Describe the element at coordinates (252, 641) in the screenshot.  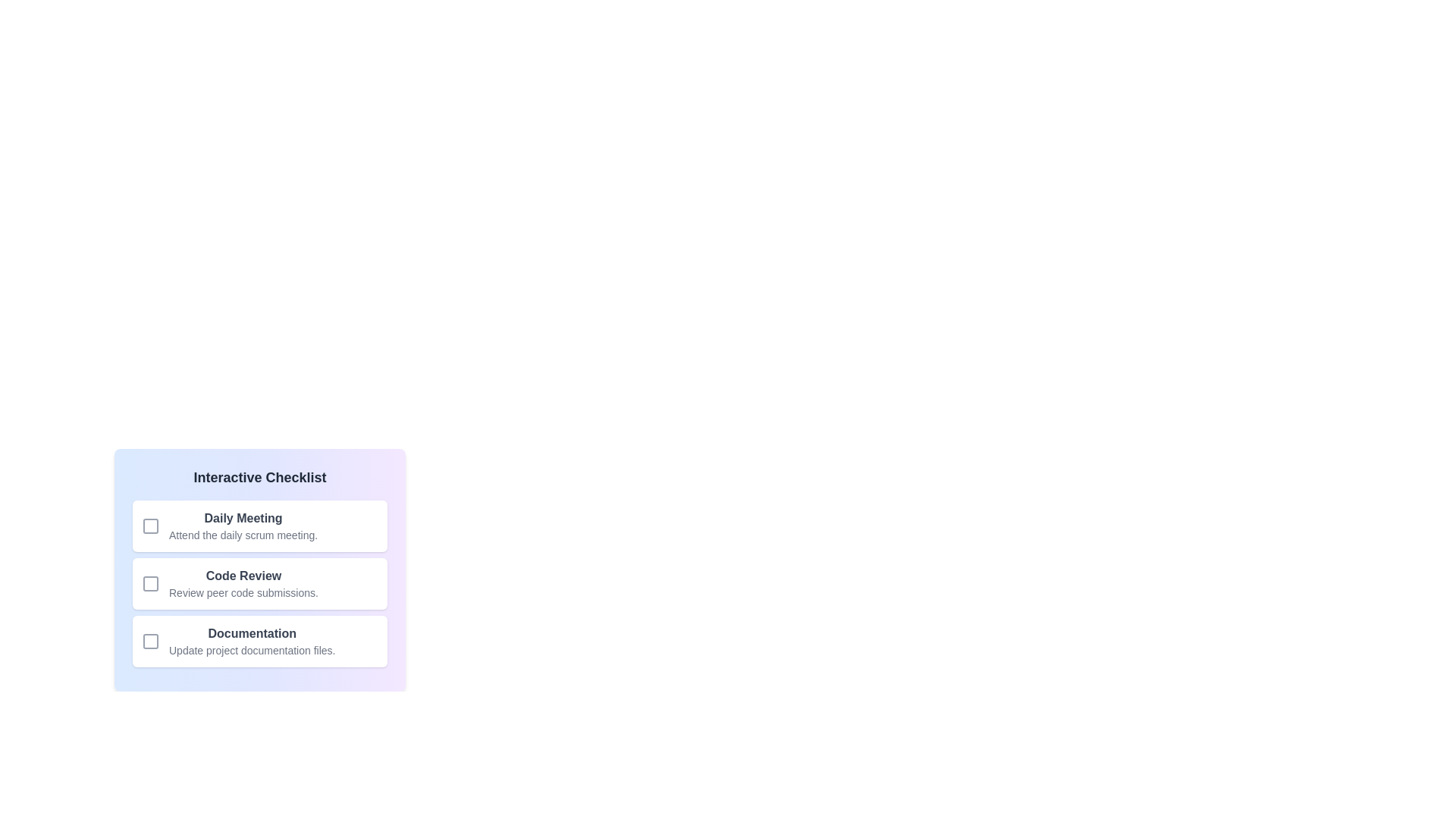
I see `the text block containing the bold title 'Documentation' and the subtext 'Update project documentation files', which is the third item in a vertical checklist UI` at that location.